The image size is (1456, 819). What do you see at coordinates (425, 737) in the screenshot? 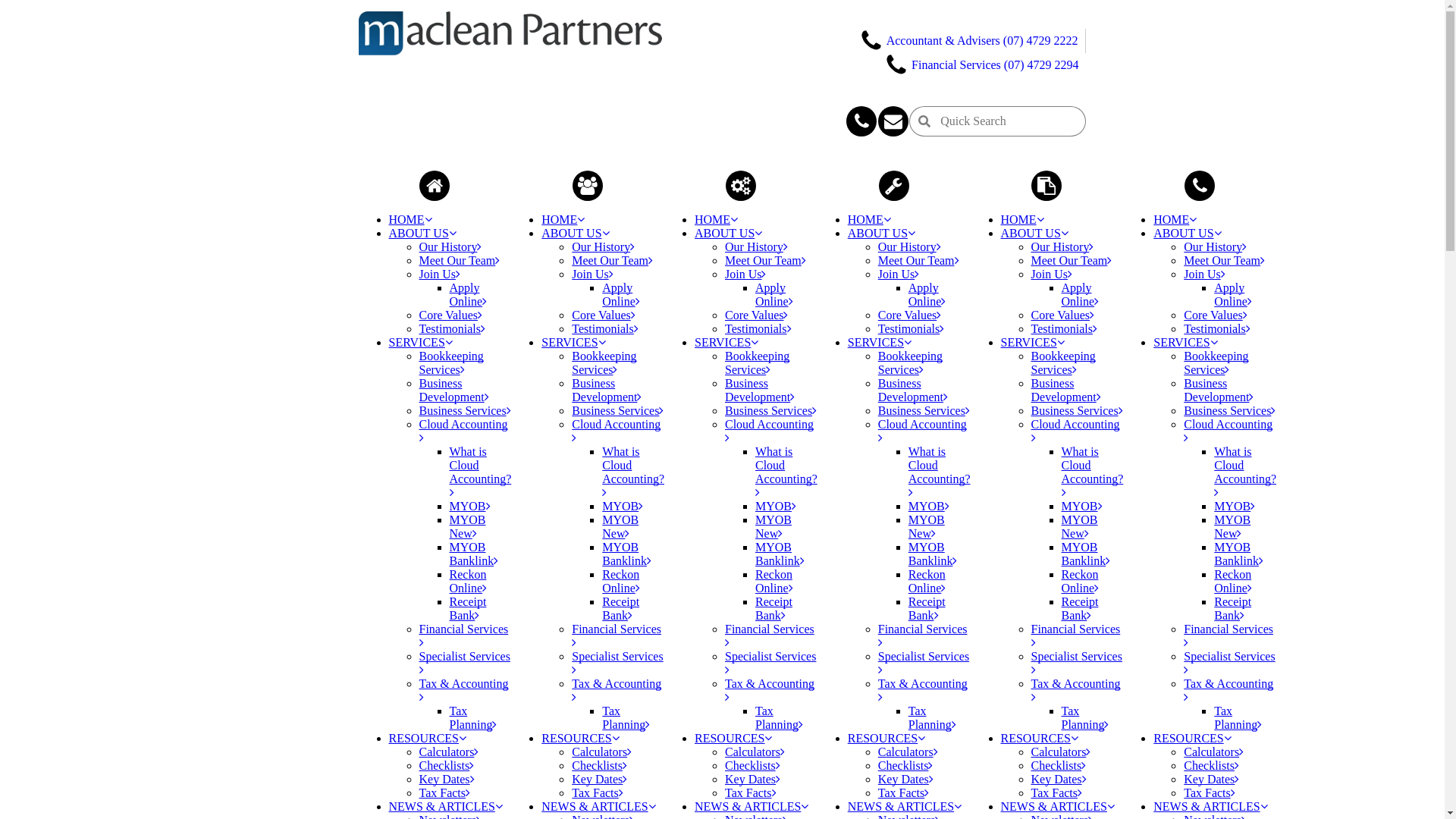
I see `'RESOURCES'` at bounding box center [425, 737].